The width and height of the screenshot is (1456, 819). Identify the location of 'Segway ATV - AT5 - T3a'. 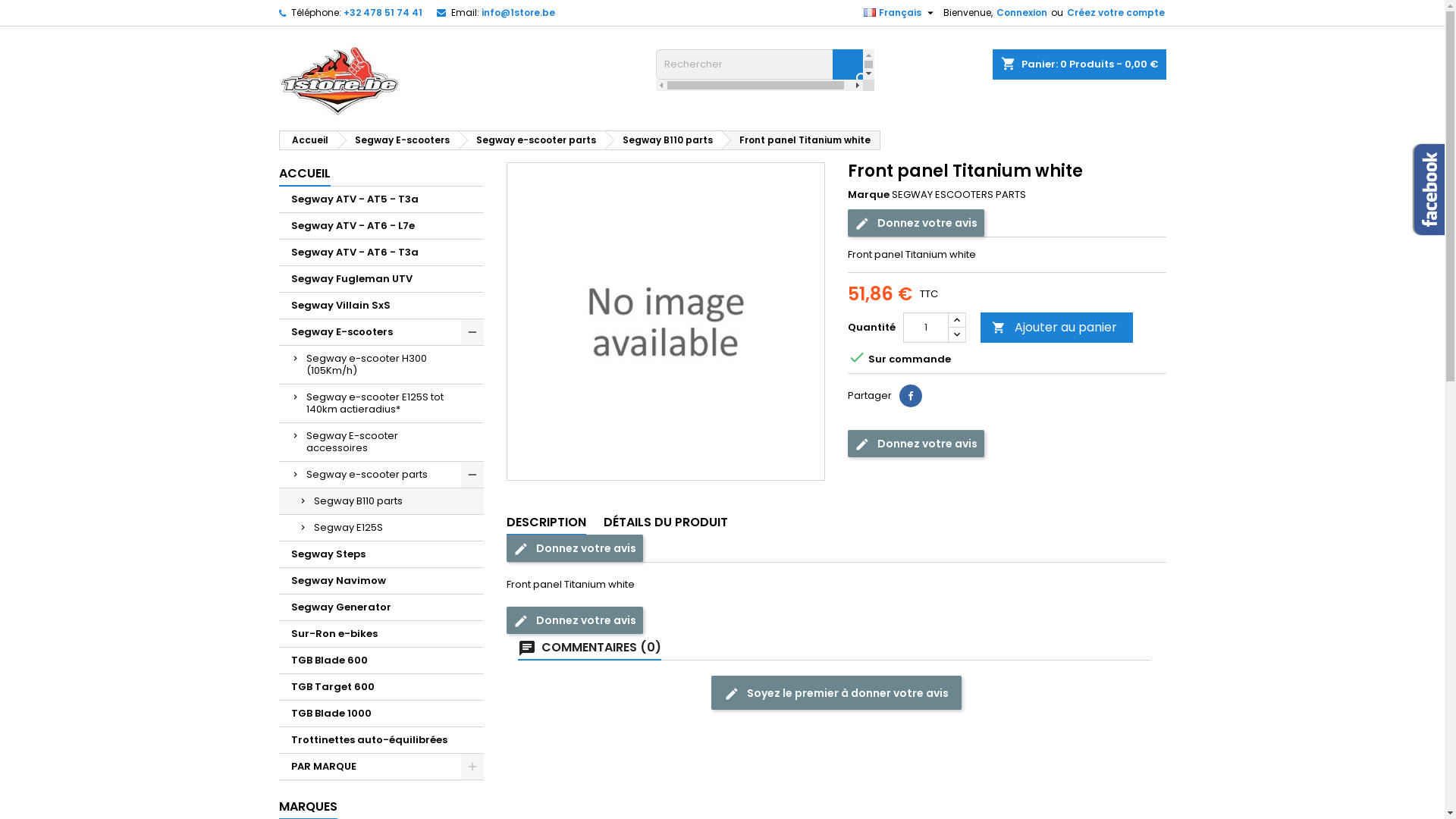
(381, 199).